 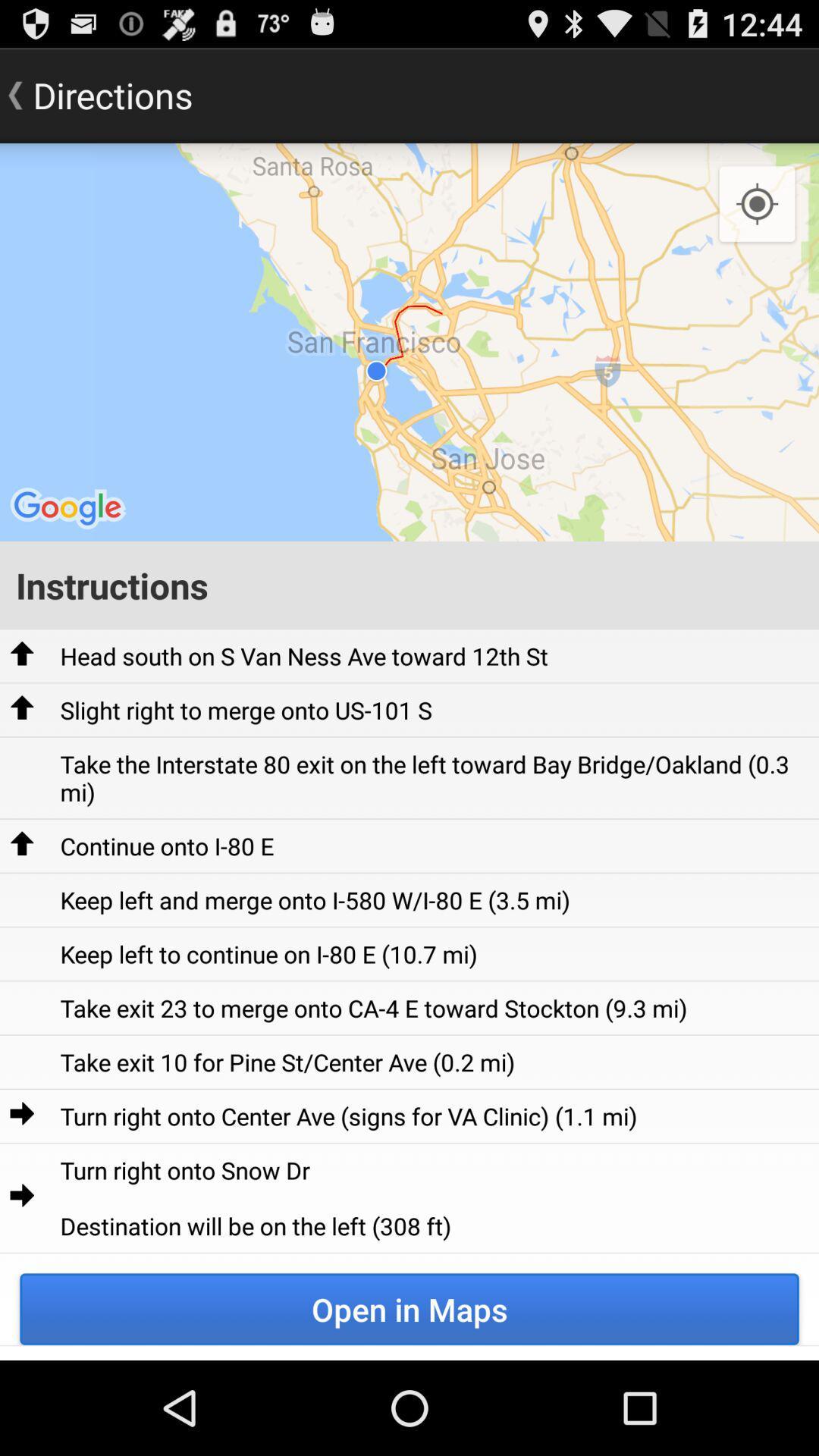 What do you see at coordinates (245, 709) in the screenshot?
I see `icon next to the up` at bounding box center [245, 709].